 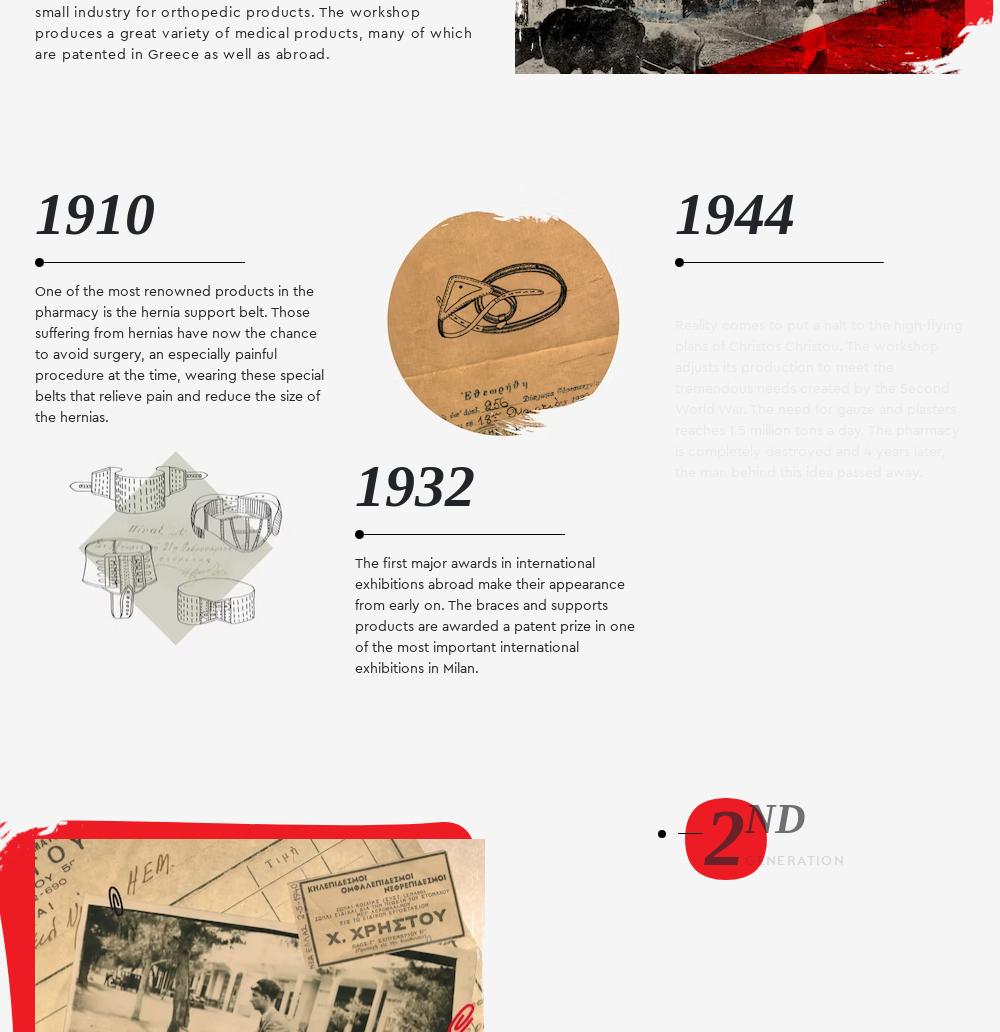 What do you see at coordinates (775, 818) in the screenshot?
I see `'nd'` at bounding box center [775, 818].